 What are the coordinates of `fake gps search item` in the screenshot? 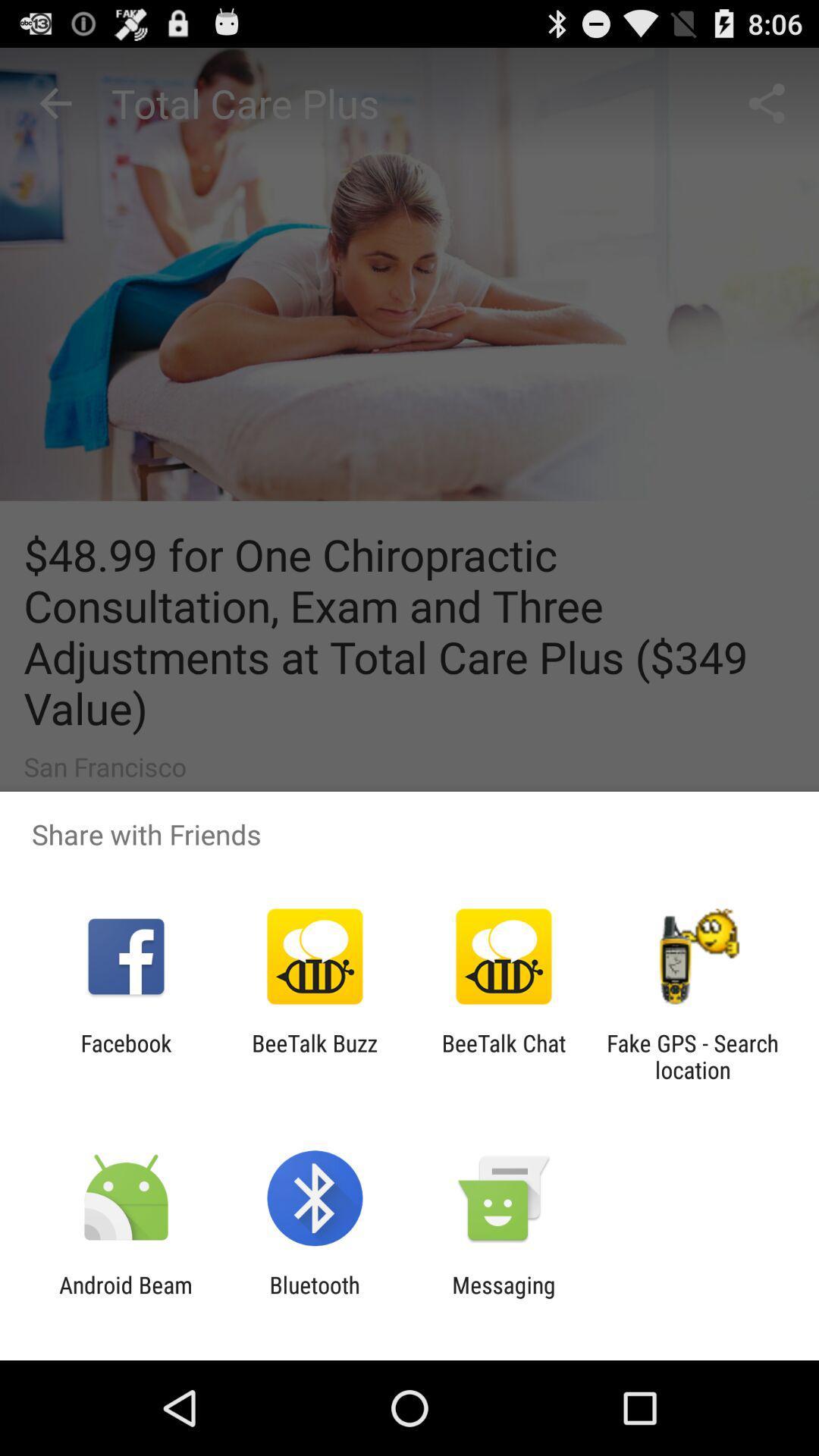 It's located at (692, 1056).